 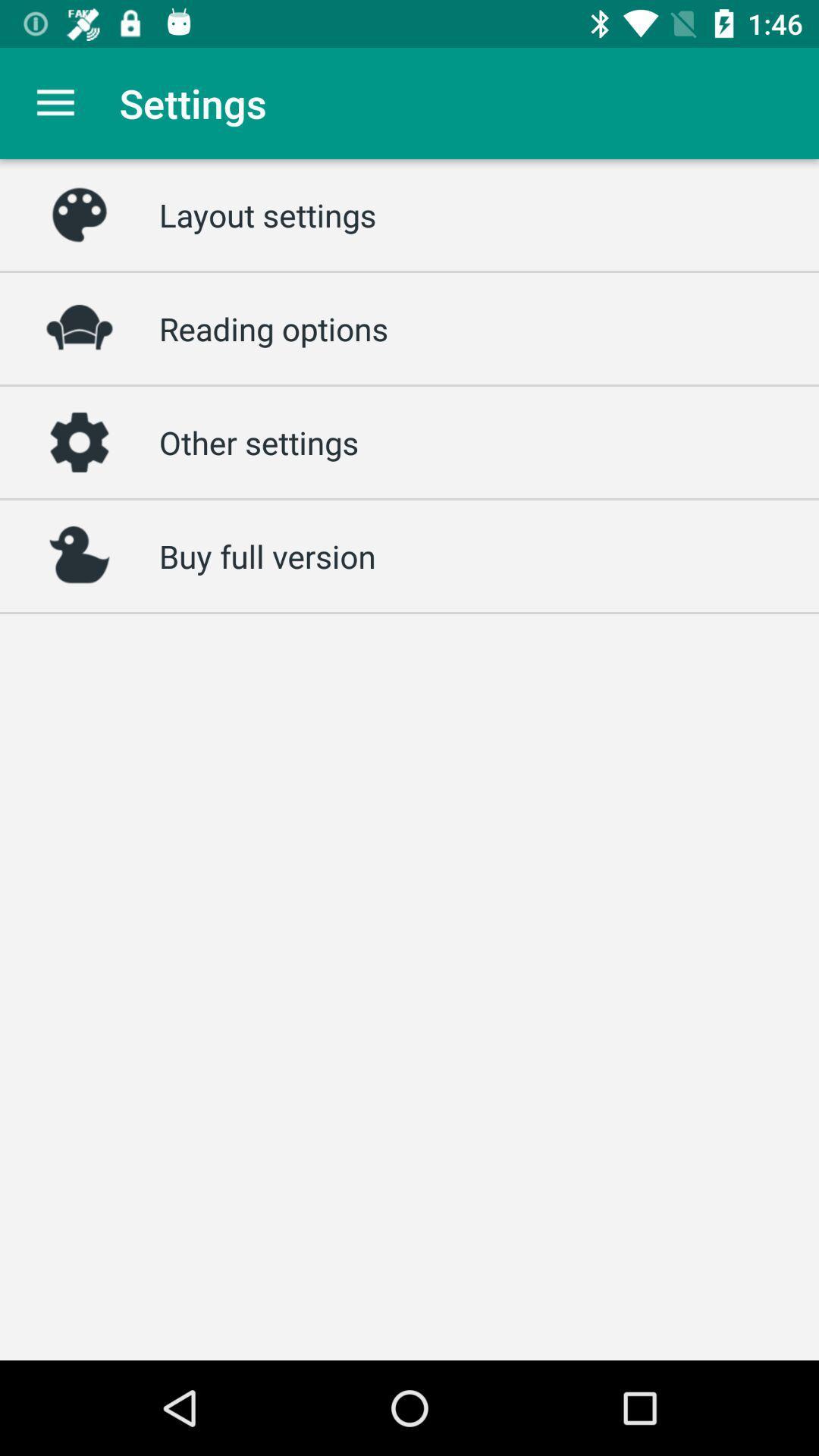 I want to click on icon below other settings icon, so click(x=266, y=555).